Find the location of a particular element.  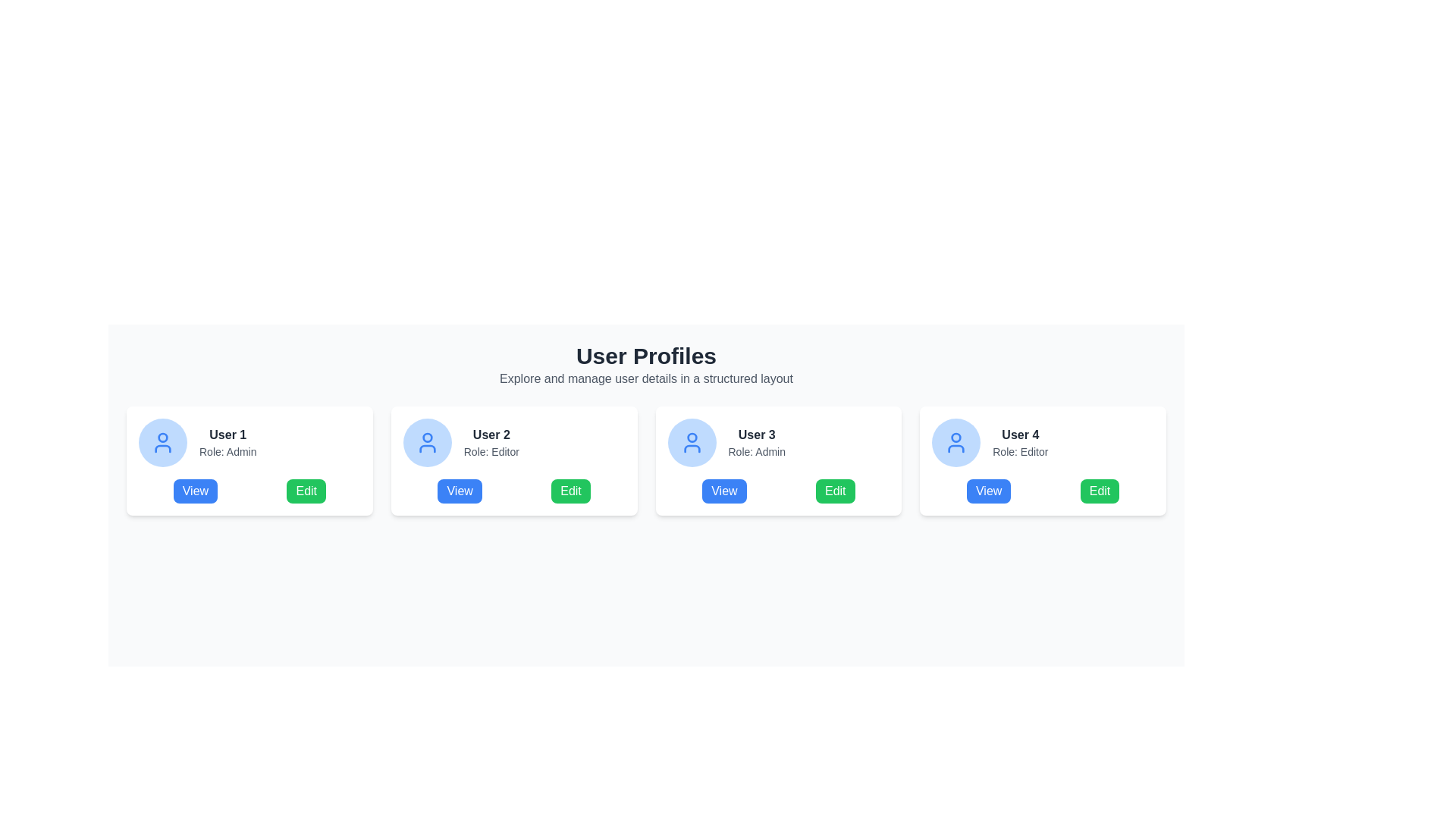

the user information card located at the top-left corner of the grid is located at coordinates (249, 460).